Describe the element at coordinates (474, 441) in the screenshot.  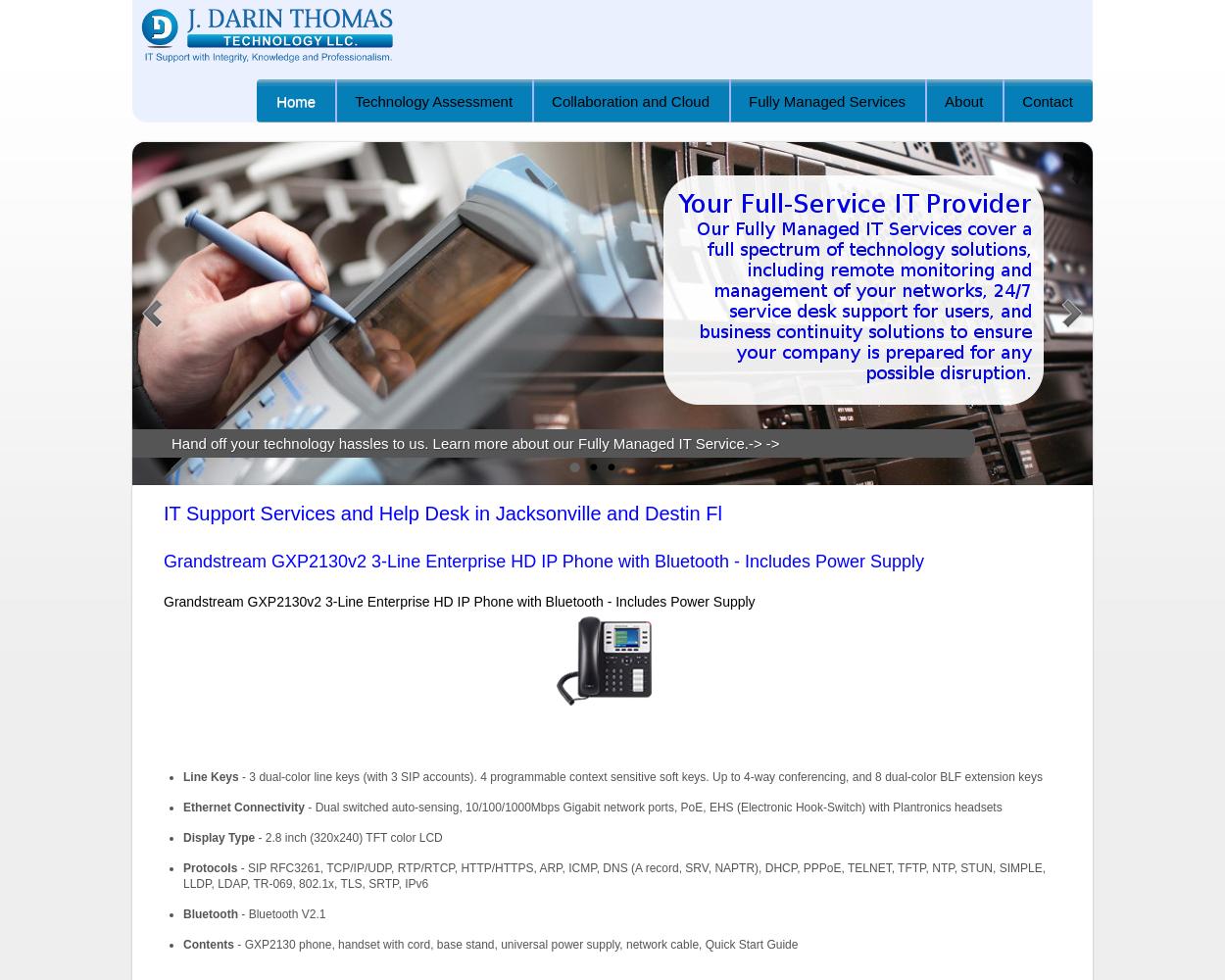
I see `'Hand off your technology hassles to us. Learn more about our Fully Managed IT Service.-> ->'` at that location.